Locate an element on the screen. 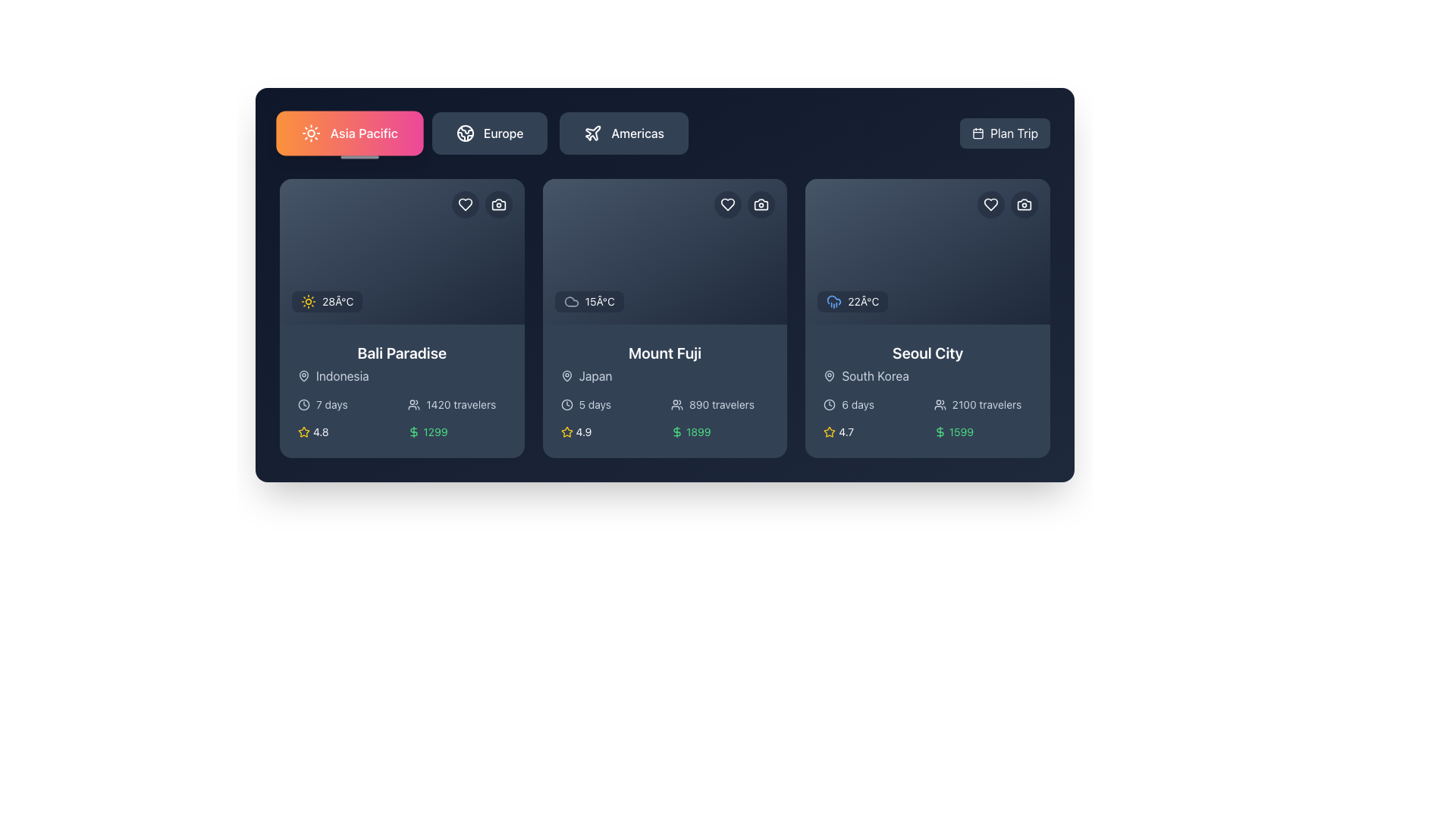  the circular 'like' button with a heart icon is located at coordinates (464, 205).